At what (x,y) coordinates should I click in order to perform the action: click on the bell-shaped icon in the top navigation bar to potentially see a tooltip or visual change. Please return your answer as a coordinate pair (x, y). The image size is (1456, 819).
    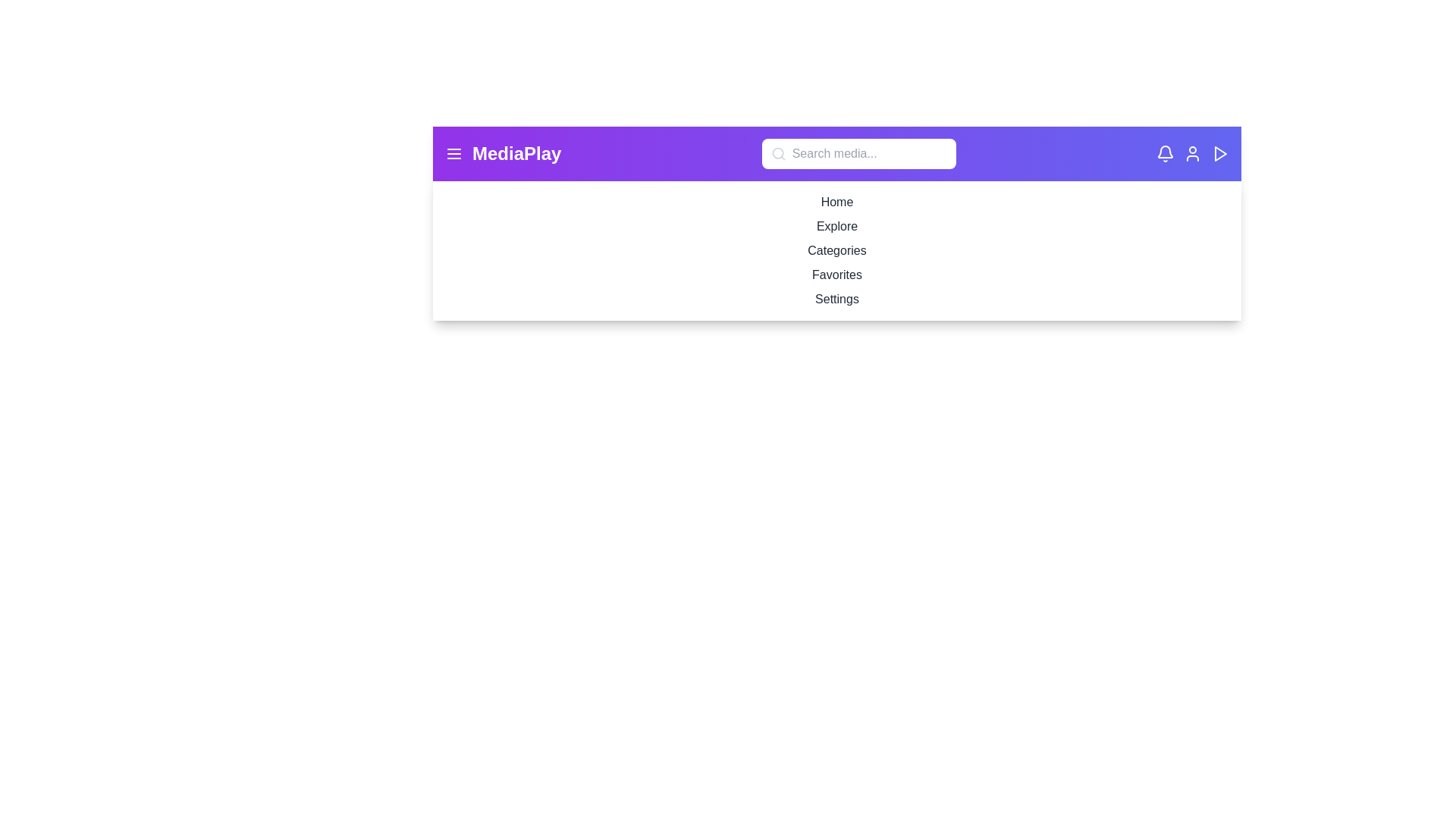
    Looking at the image, I should click on (1164, 154).